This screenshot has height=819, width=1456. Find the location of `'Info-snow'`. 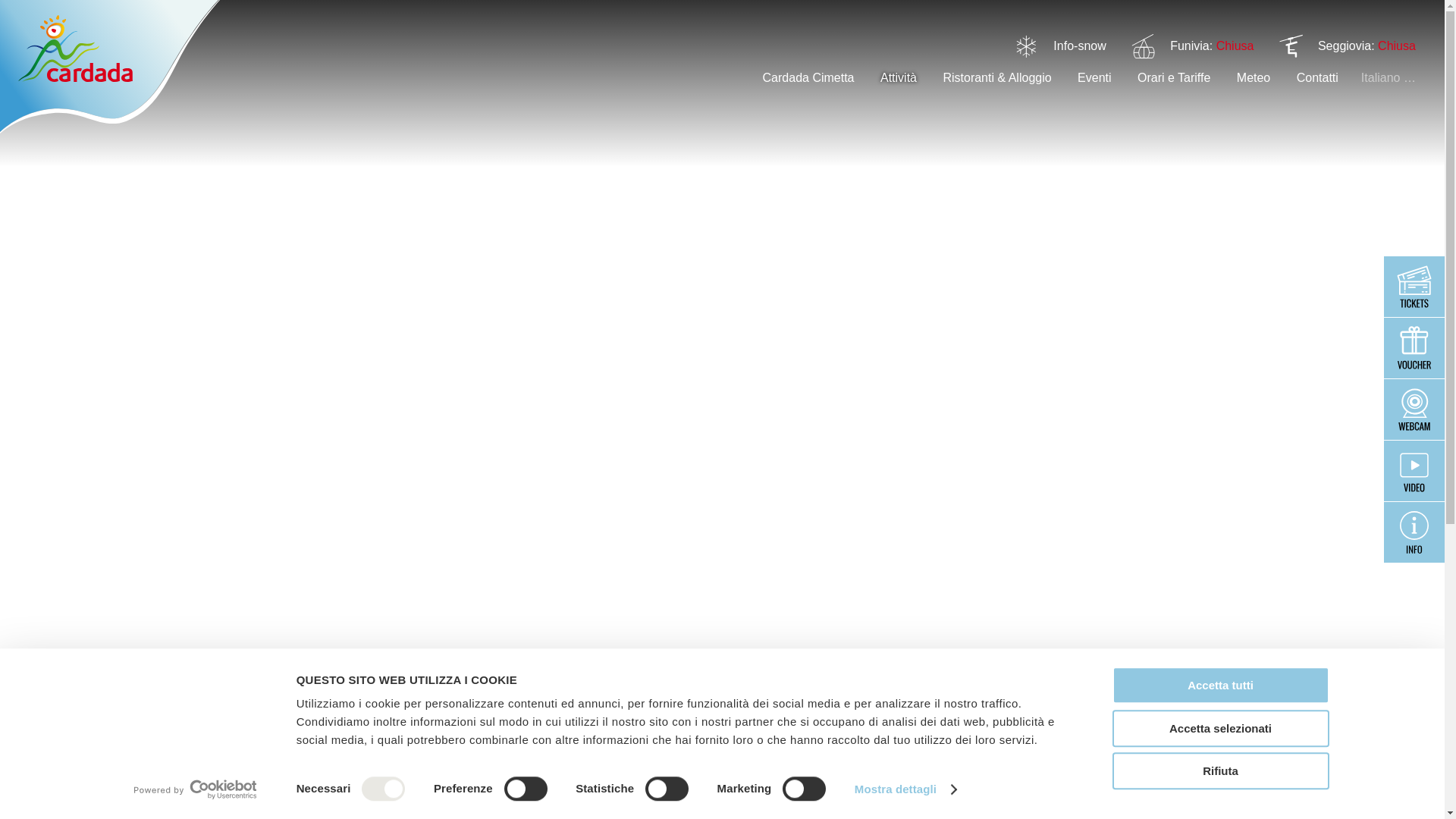

'Info-snow' is located at coordinates (1078, 45).